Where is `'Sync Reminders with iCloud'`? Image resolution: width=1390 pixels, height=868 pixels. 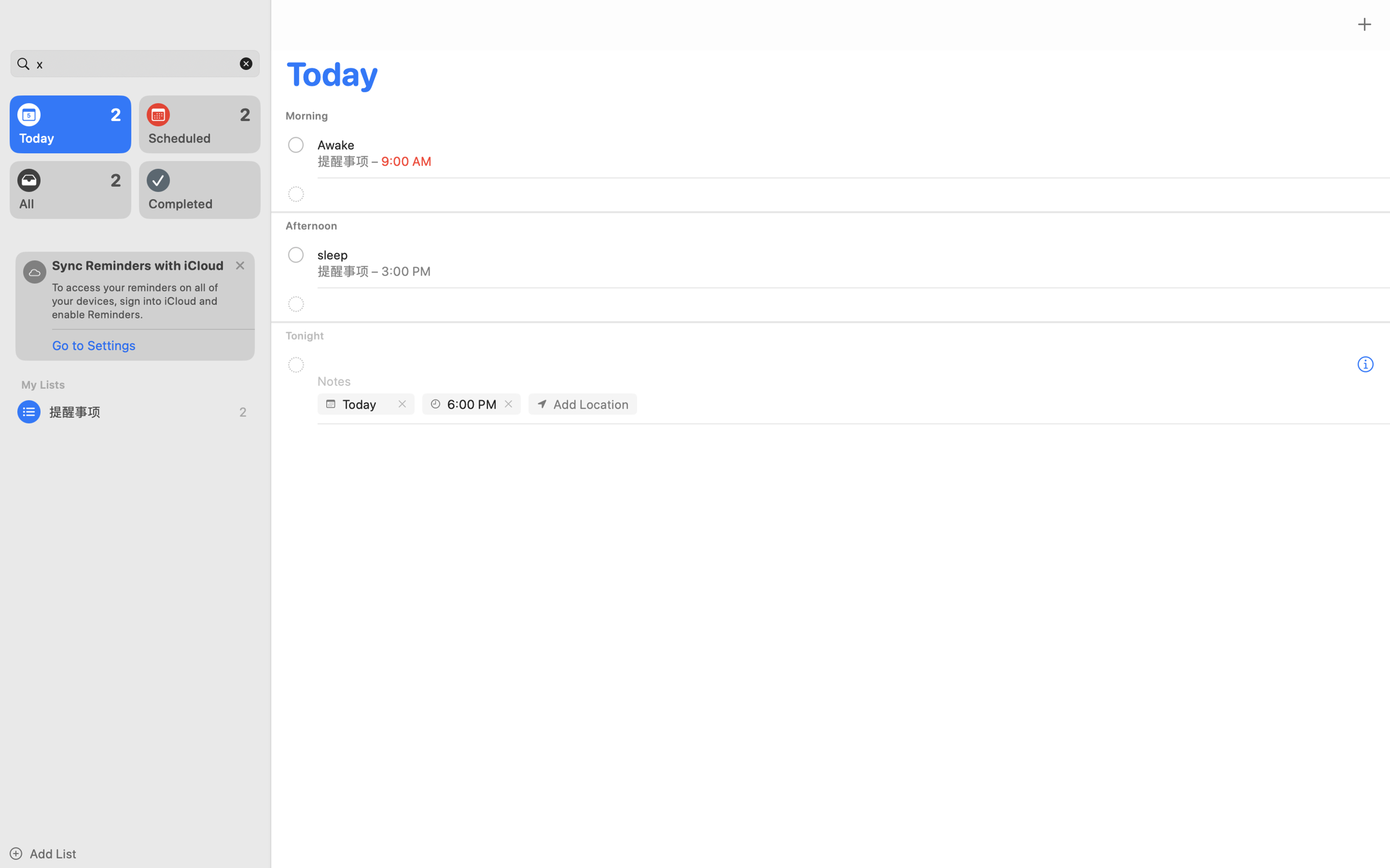
'Sync Reminders with iCloud' is located at coordinates (137, 265).